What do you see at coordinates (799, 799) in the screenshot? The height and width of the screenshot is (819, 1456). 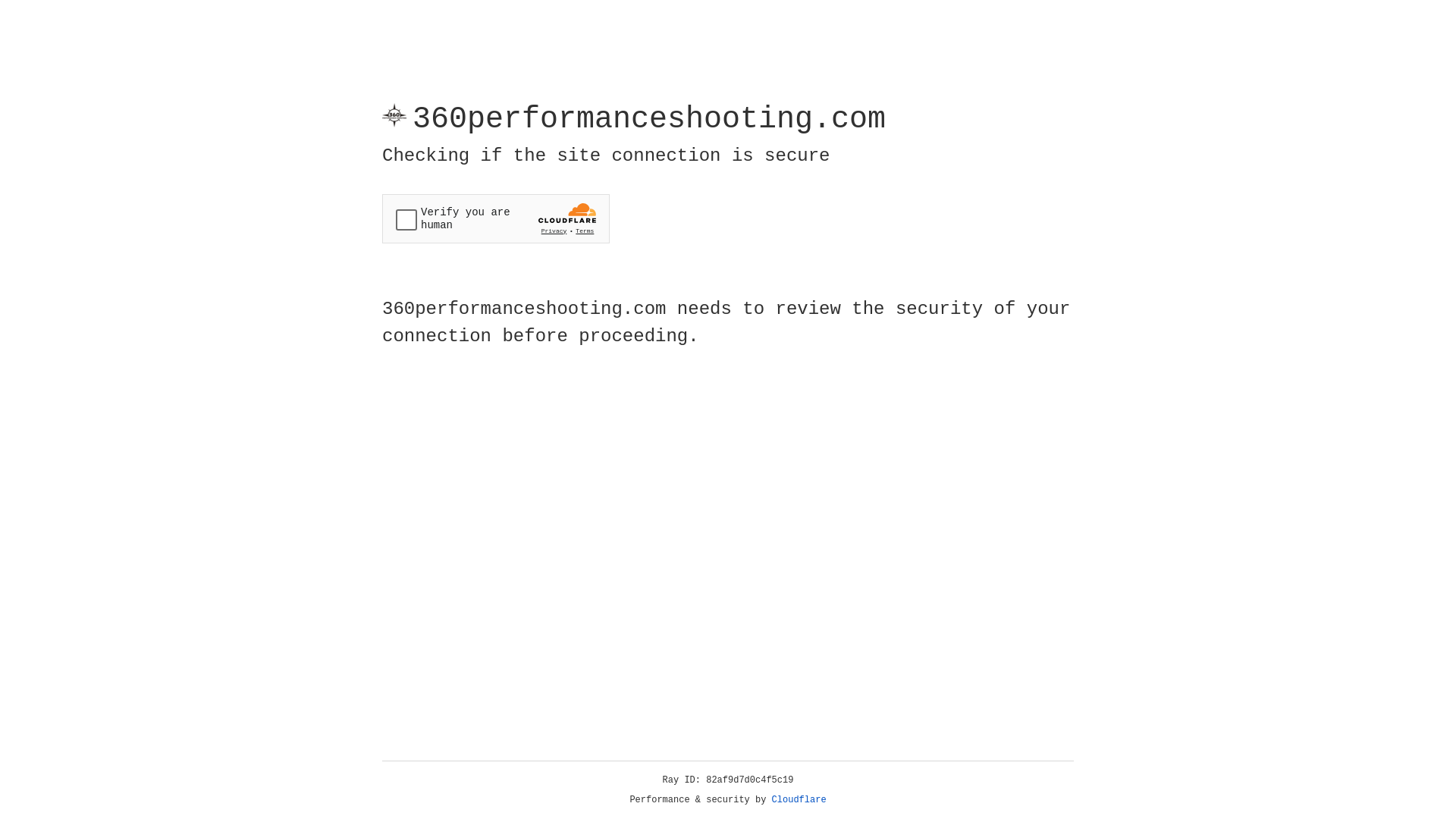 I see `'Cloudflare'` at bounding box center [799, 799].